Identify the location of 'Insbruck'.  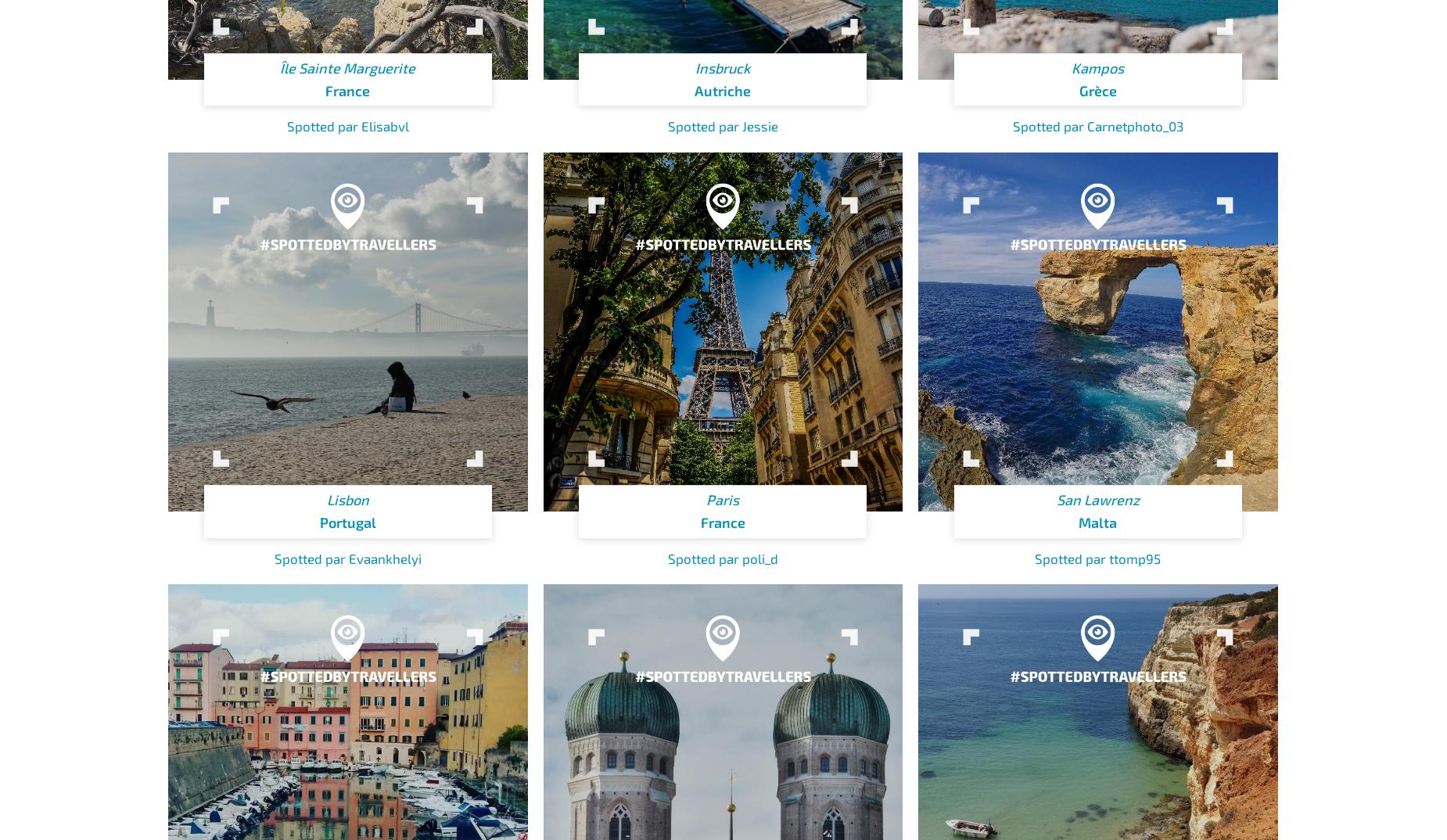
(695, 67).